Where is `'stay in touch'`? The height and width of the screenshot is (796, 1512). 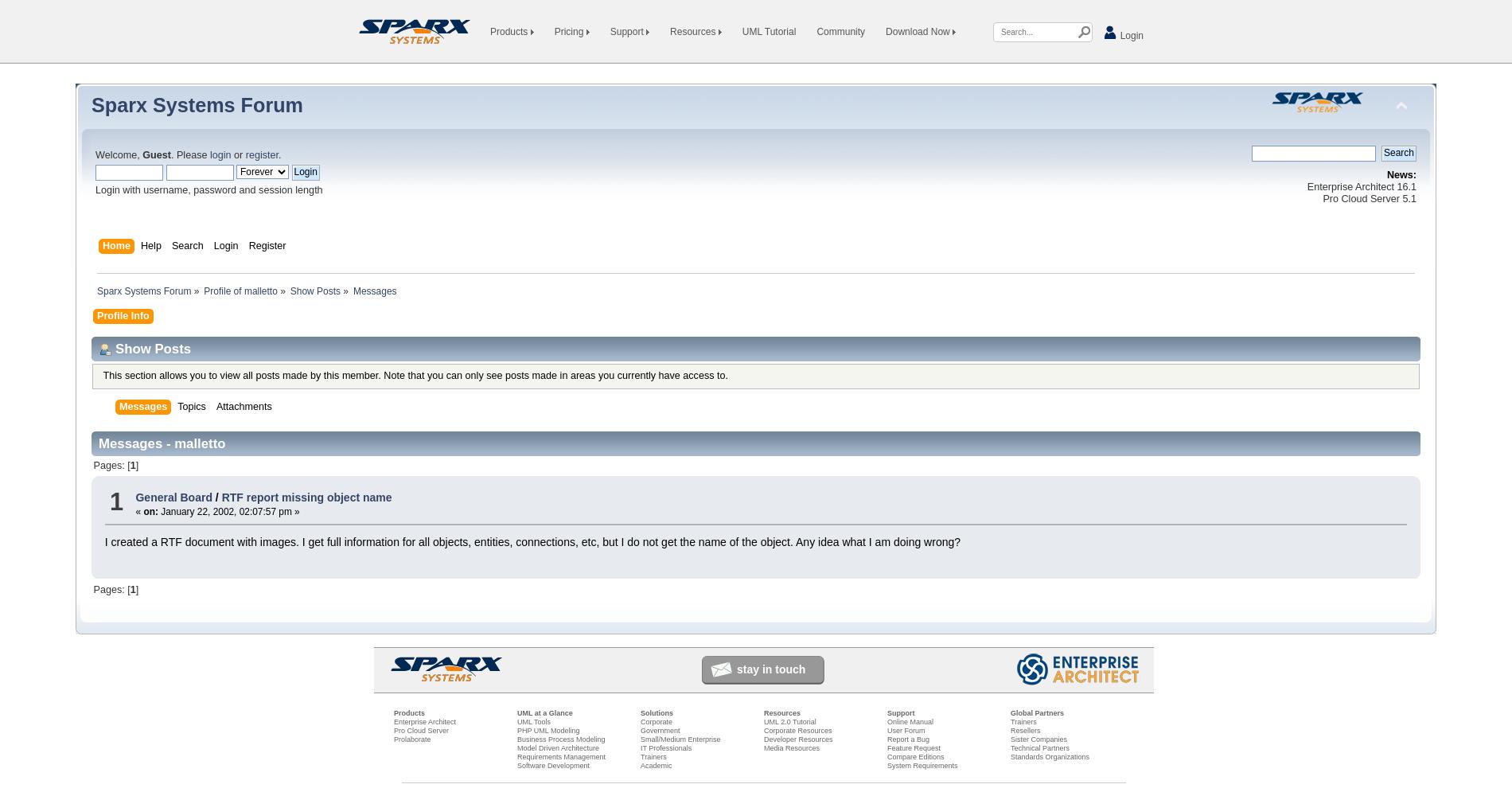 'stay in touch' is located at coordinates (736, 668).